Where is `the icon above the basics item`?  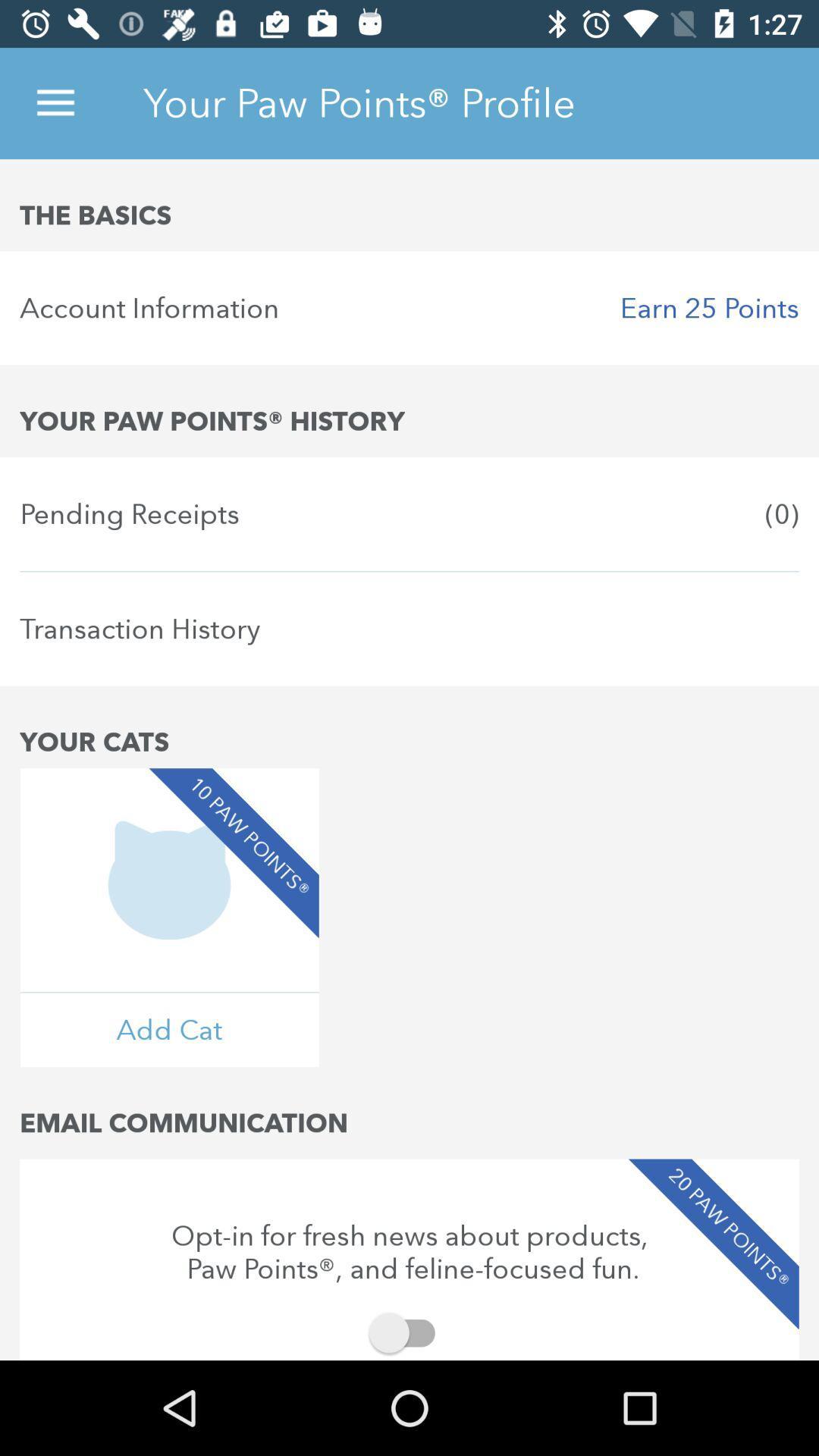
the icon above the basics item is located at coordinates (55, 102).